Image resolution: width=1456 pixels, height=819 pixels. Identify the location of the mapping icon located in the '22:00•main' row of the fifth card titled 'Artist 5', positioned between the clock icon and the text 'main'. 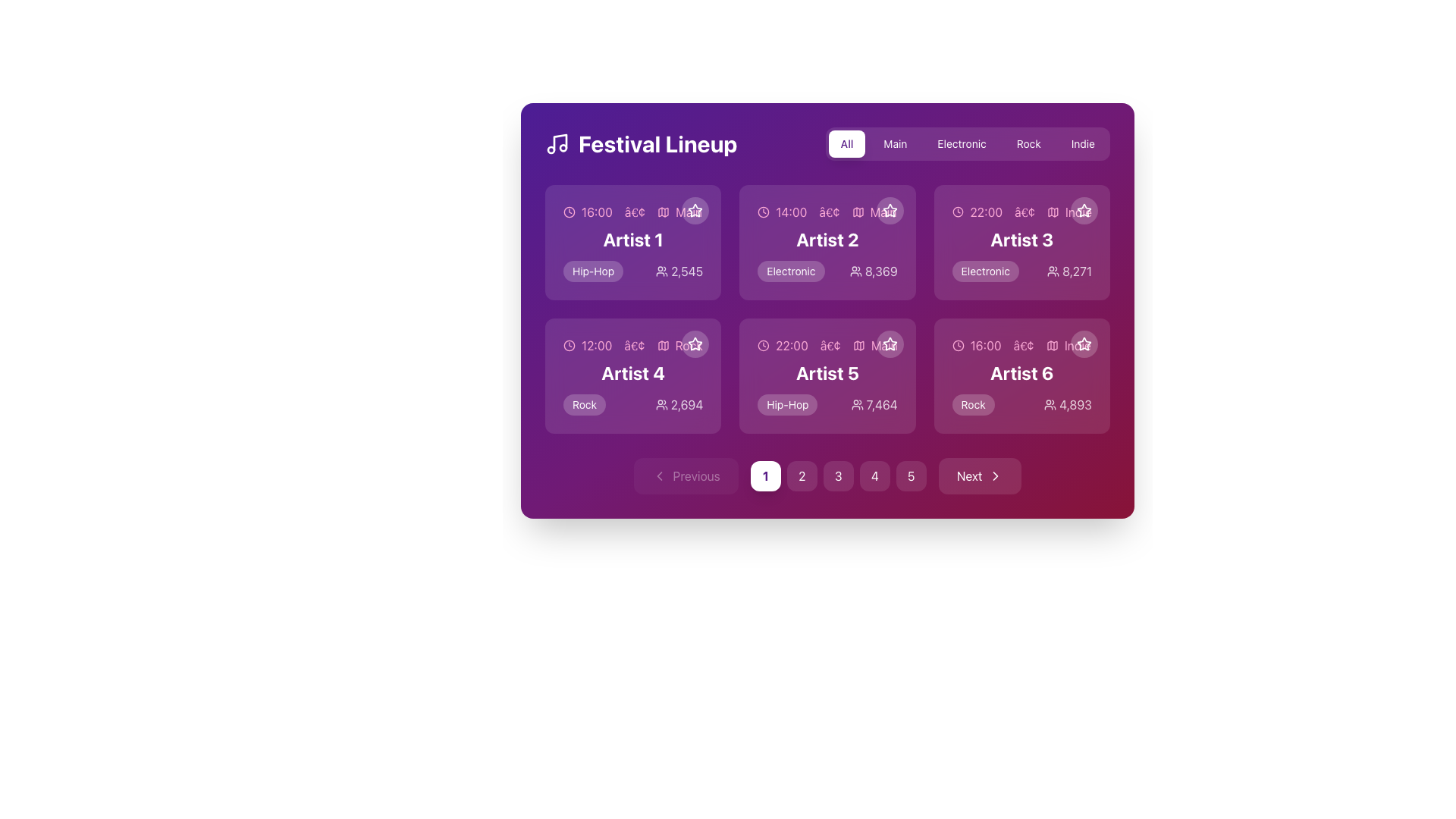
(858, 345).